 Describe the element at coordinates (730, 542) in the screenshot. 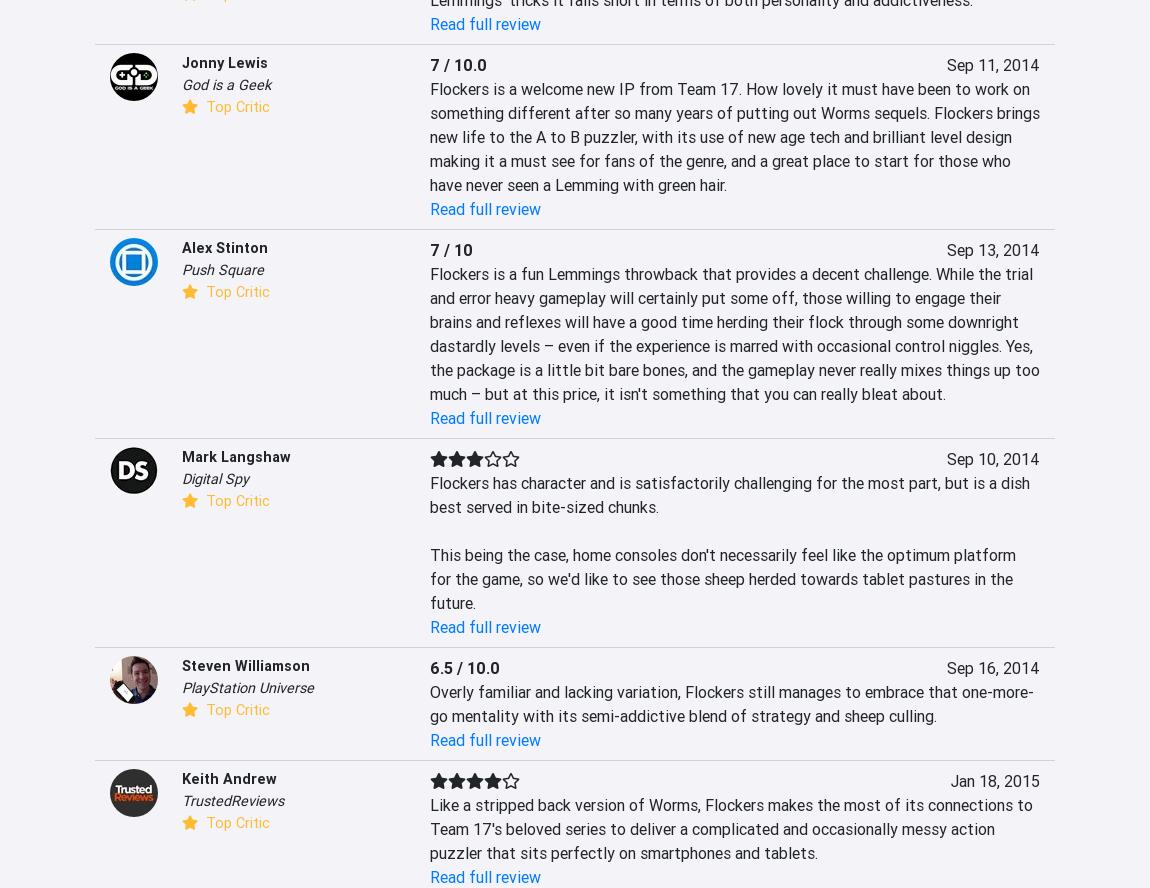

I see `'Flockers has character and is satisfactorily challenging for the most part, but is a dish best served in bite-sized chunks.

This being the case, home consoles don't necessarily feel like the optimum platform for the game, so we'd like to see those sheep herded towards tablet pastures in the future.'` at that location.